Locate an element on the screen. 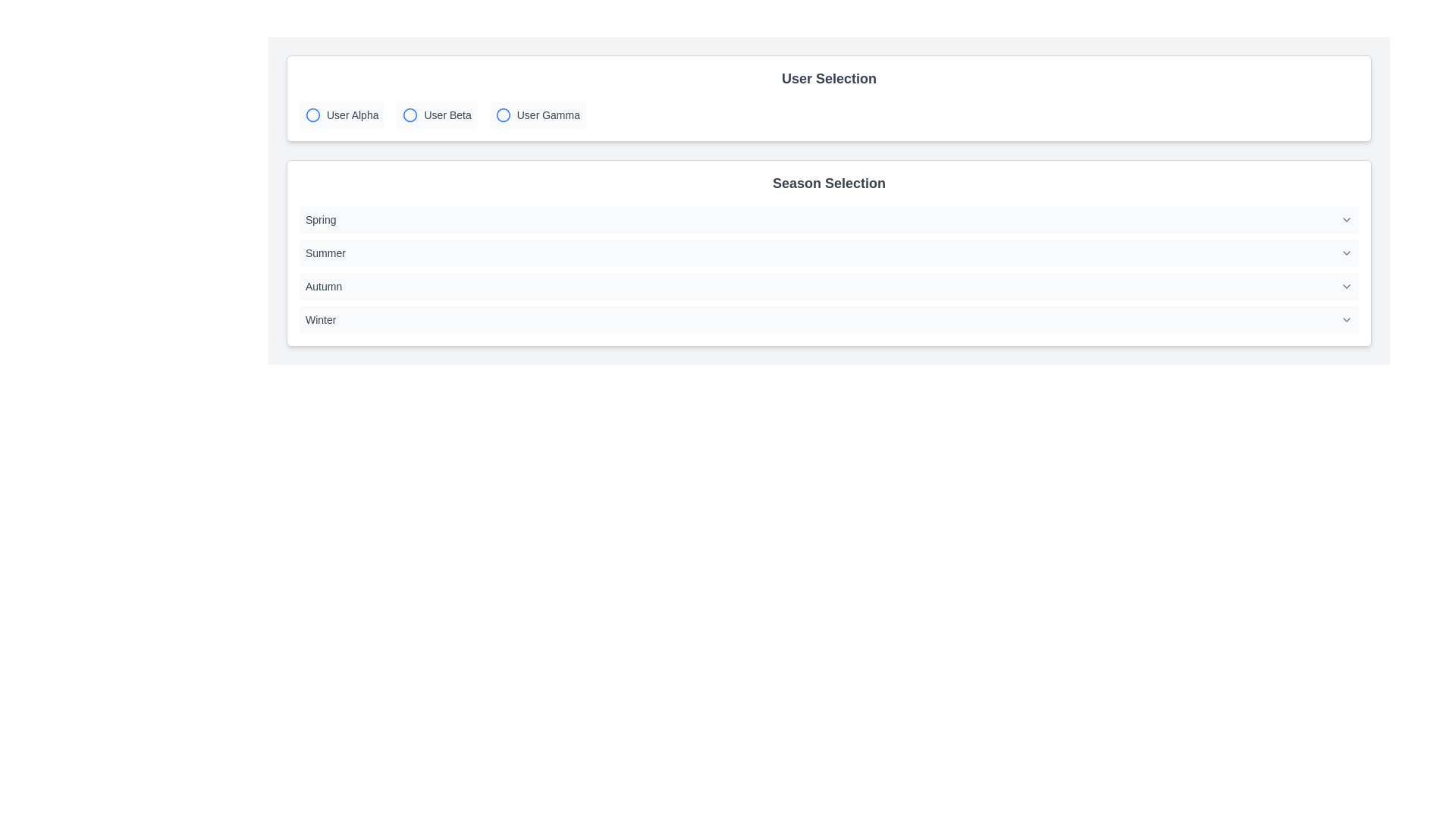  the list item labeled 'Autumn', which is the third item in the vertical list under 'Season Selection' is located at coordinates (828, 287).